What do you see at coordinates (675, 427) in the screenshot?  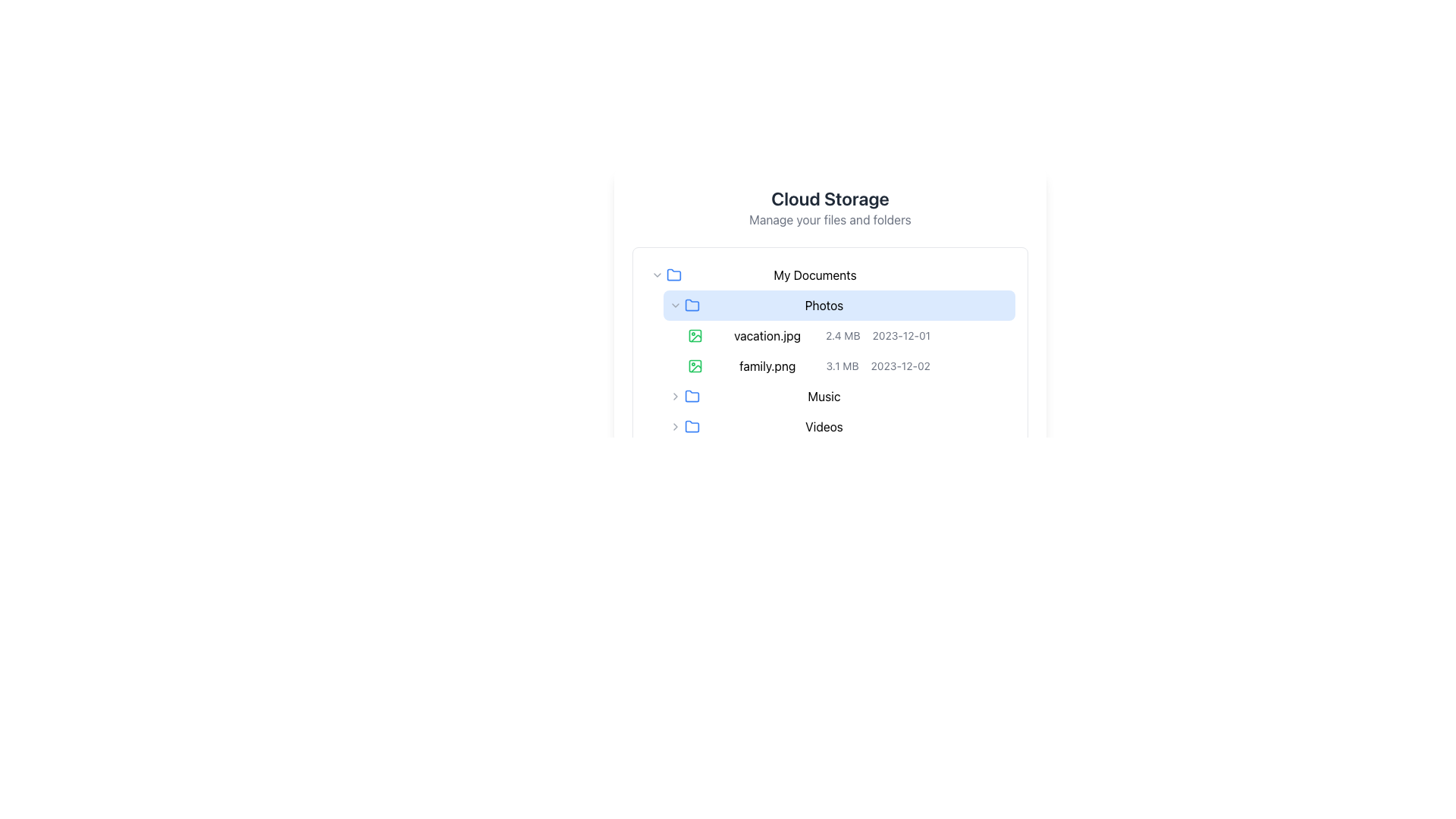 I see `the chevron icon located in the 'Videos' row of the file browser` at bounding box center [675, 427].